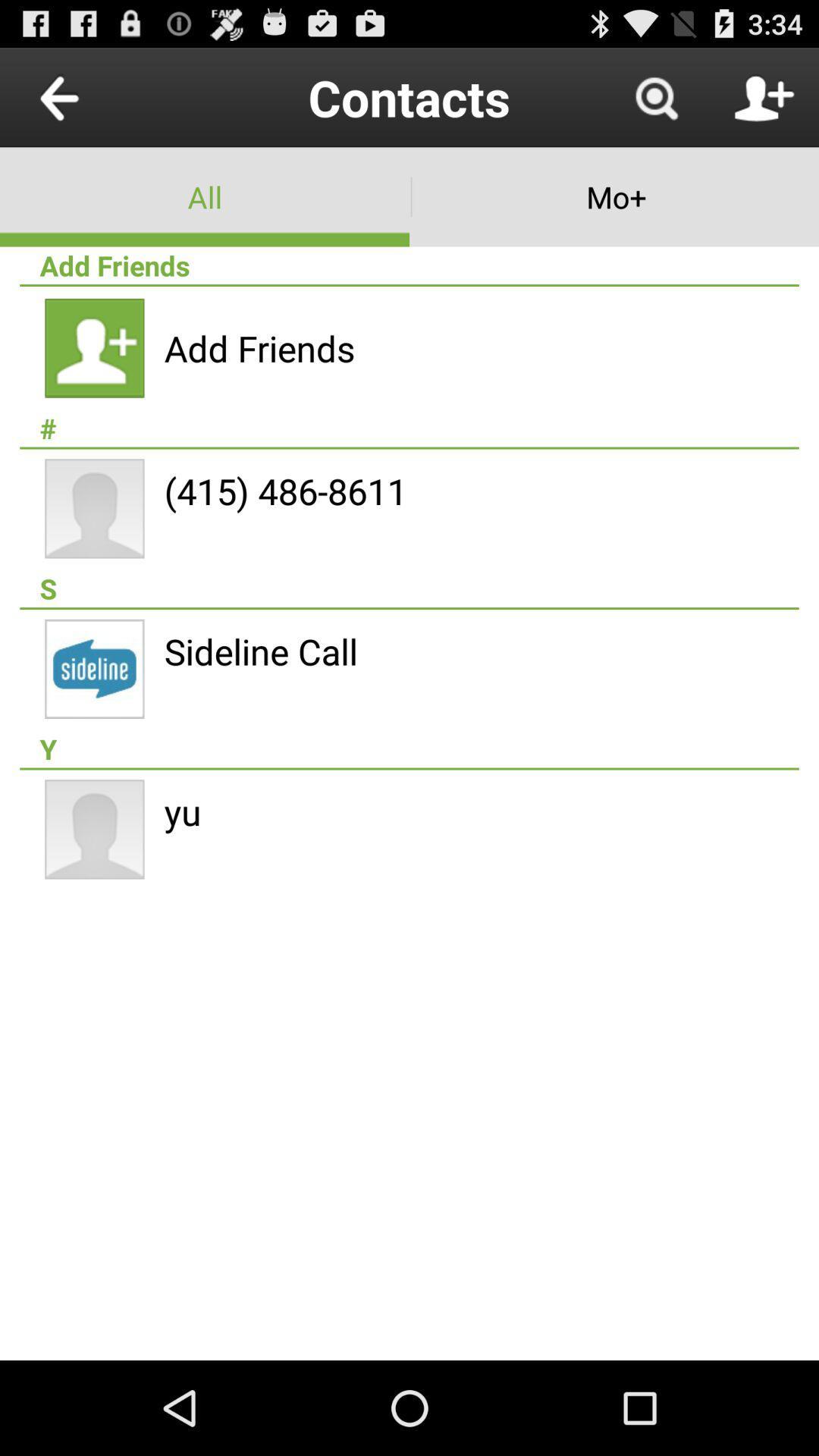  I want to click on new contact, so click(764, 96).